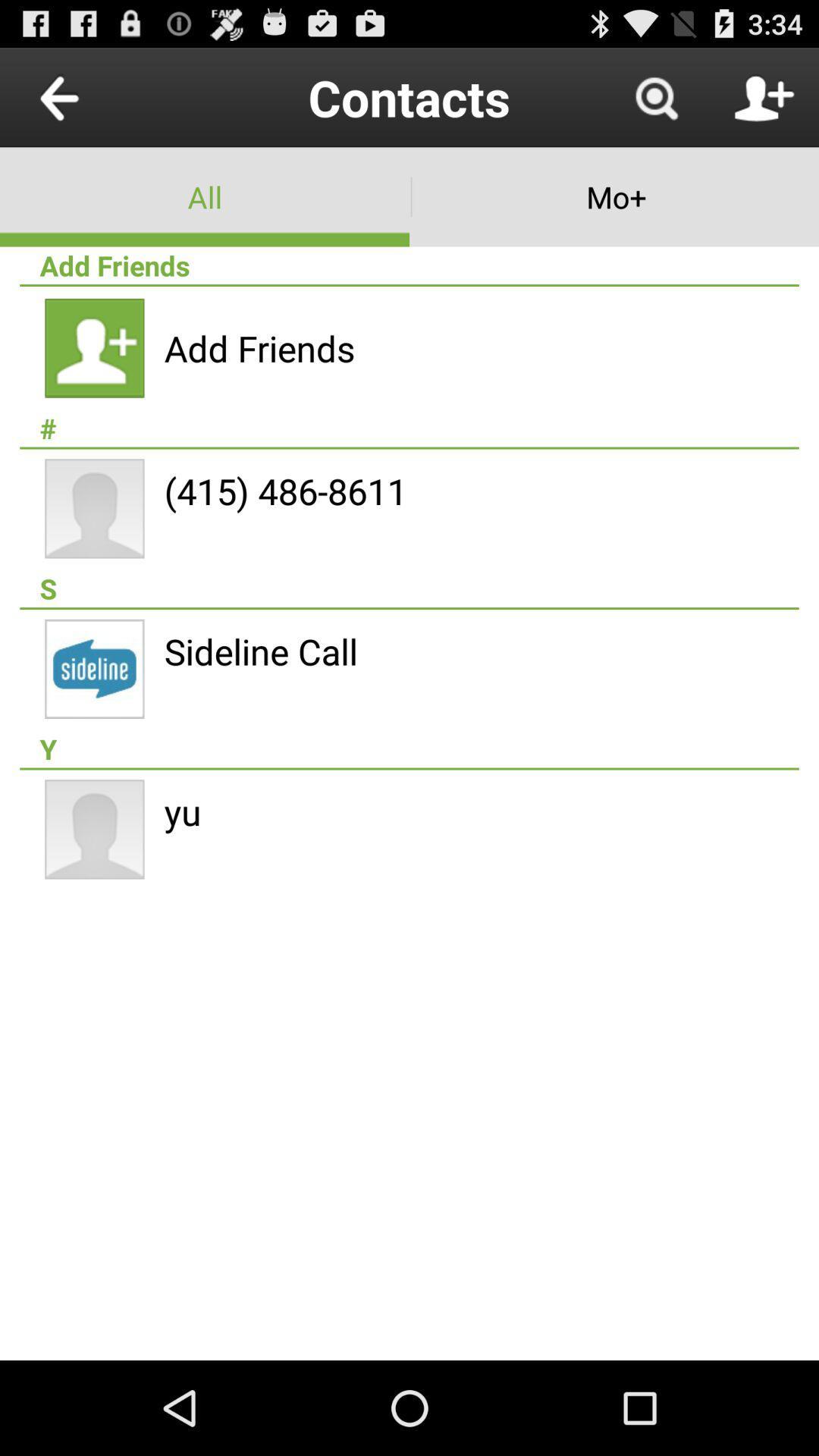  I want to click on new contact, so click(764, 96).